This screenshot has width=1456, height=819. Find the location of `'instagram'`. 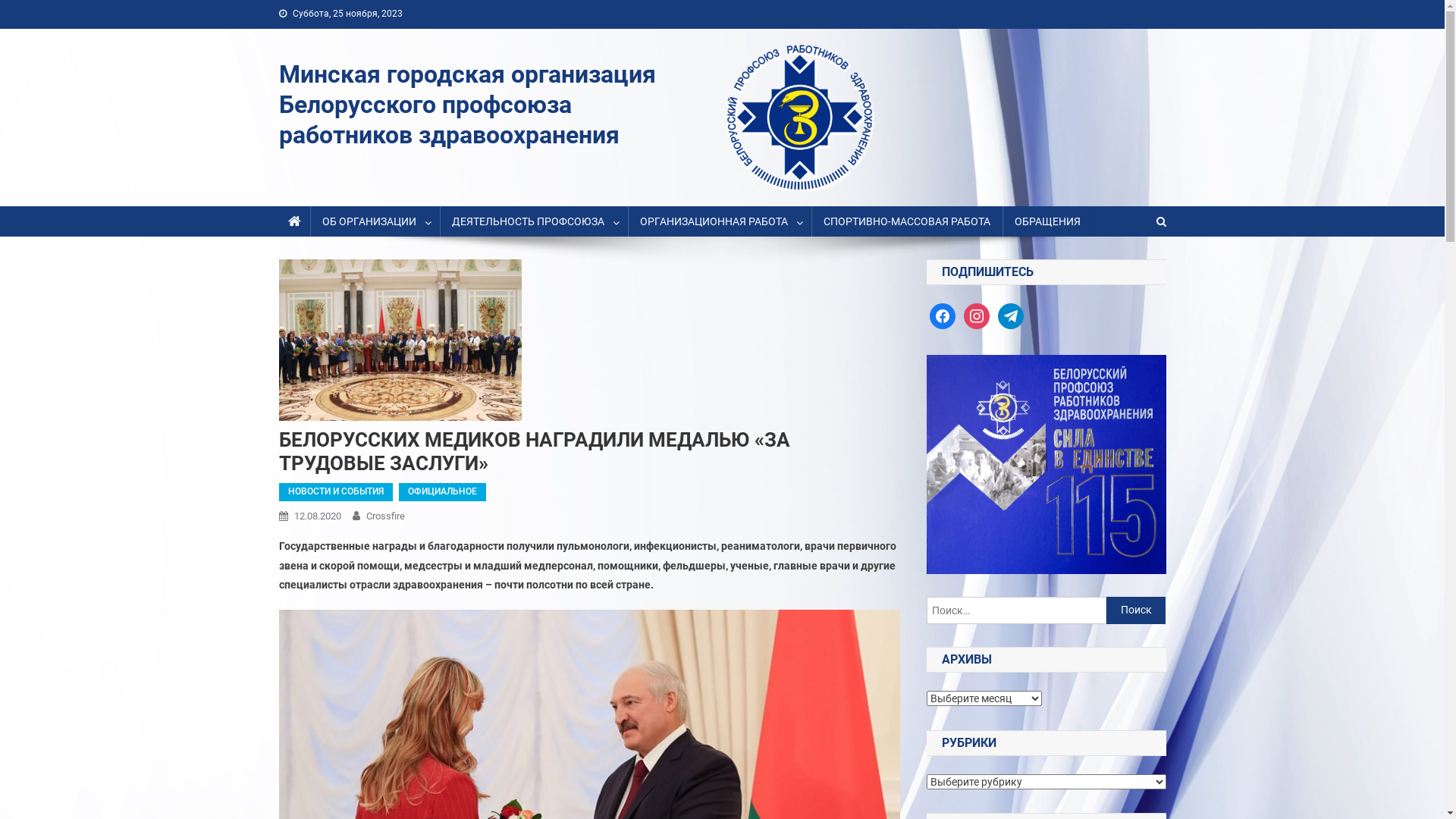

'instagram' is located at coordinates (976, 315).